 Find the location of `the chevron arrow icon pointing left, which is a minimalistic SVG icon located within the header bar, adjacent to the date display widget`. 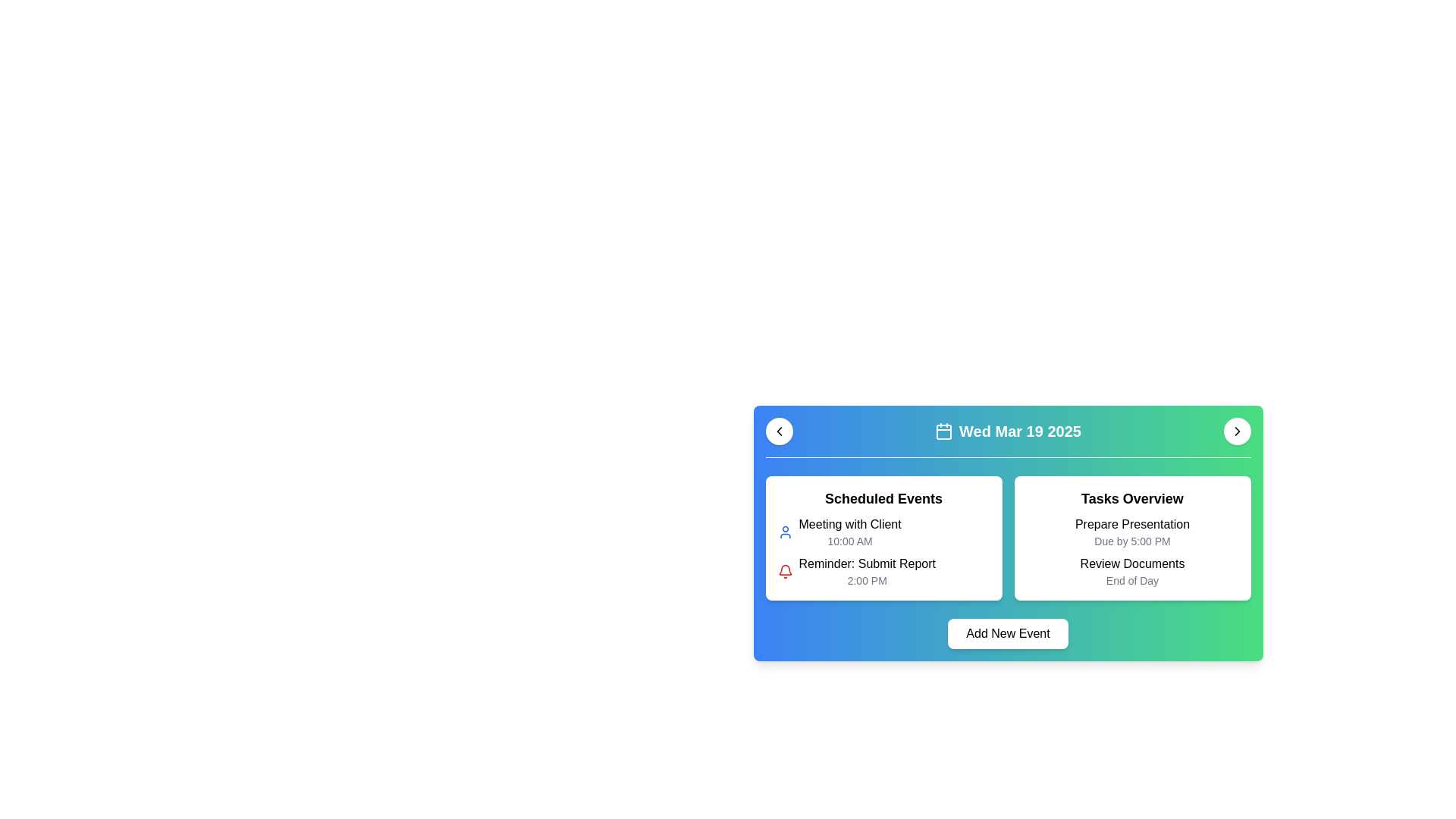

the chevron arrow icon pointing left, which is a minimalistic SVG icon located within the header bar, adjacent to the date display widget is located at coordinates (779, 431).